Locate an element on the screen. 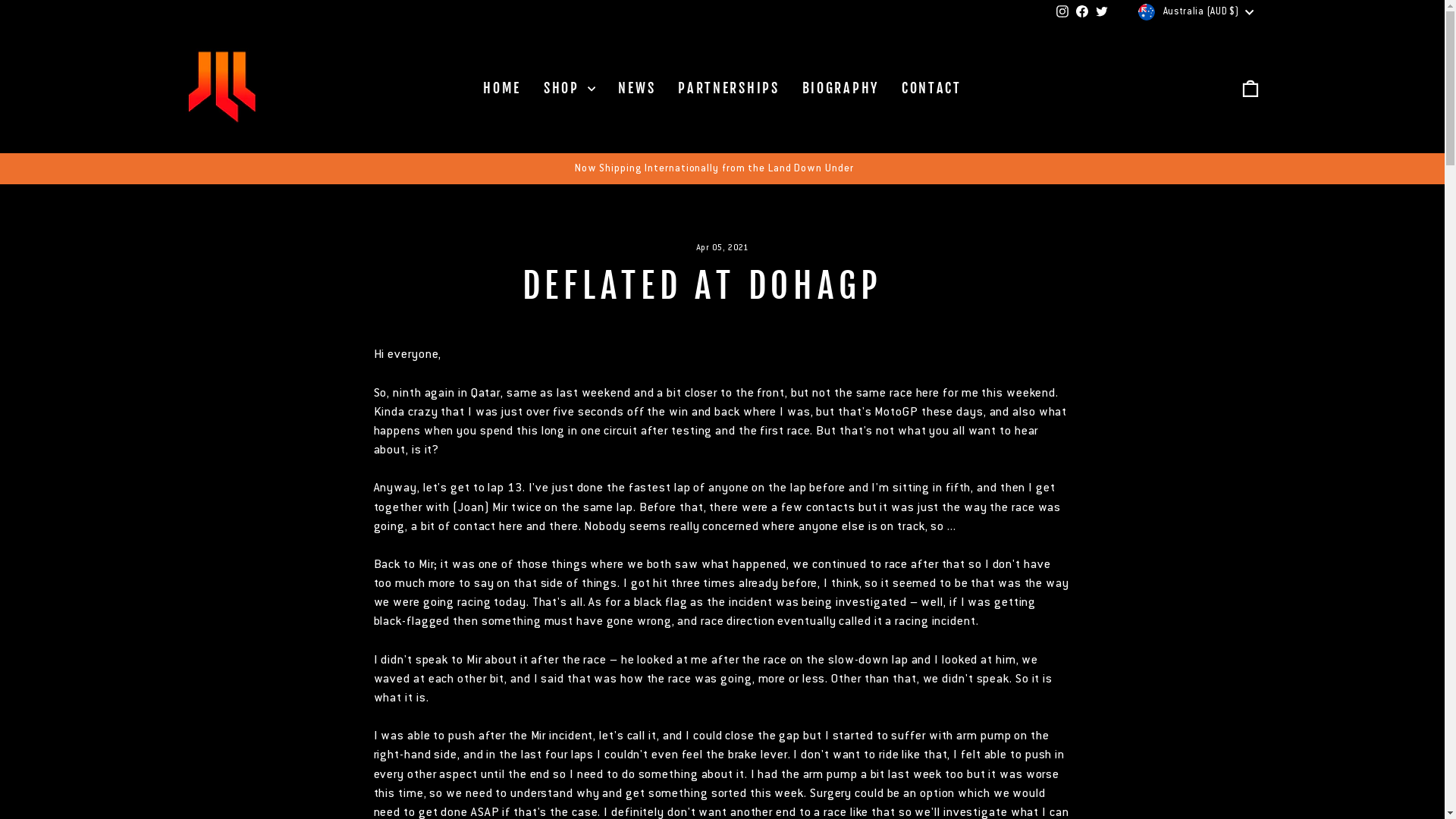 This screenshot has height=819, width=1456. 'Australia (AUD $)' is located at coordinates (1134, 11).